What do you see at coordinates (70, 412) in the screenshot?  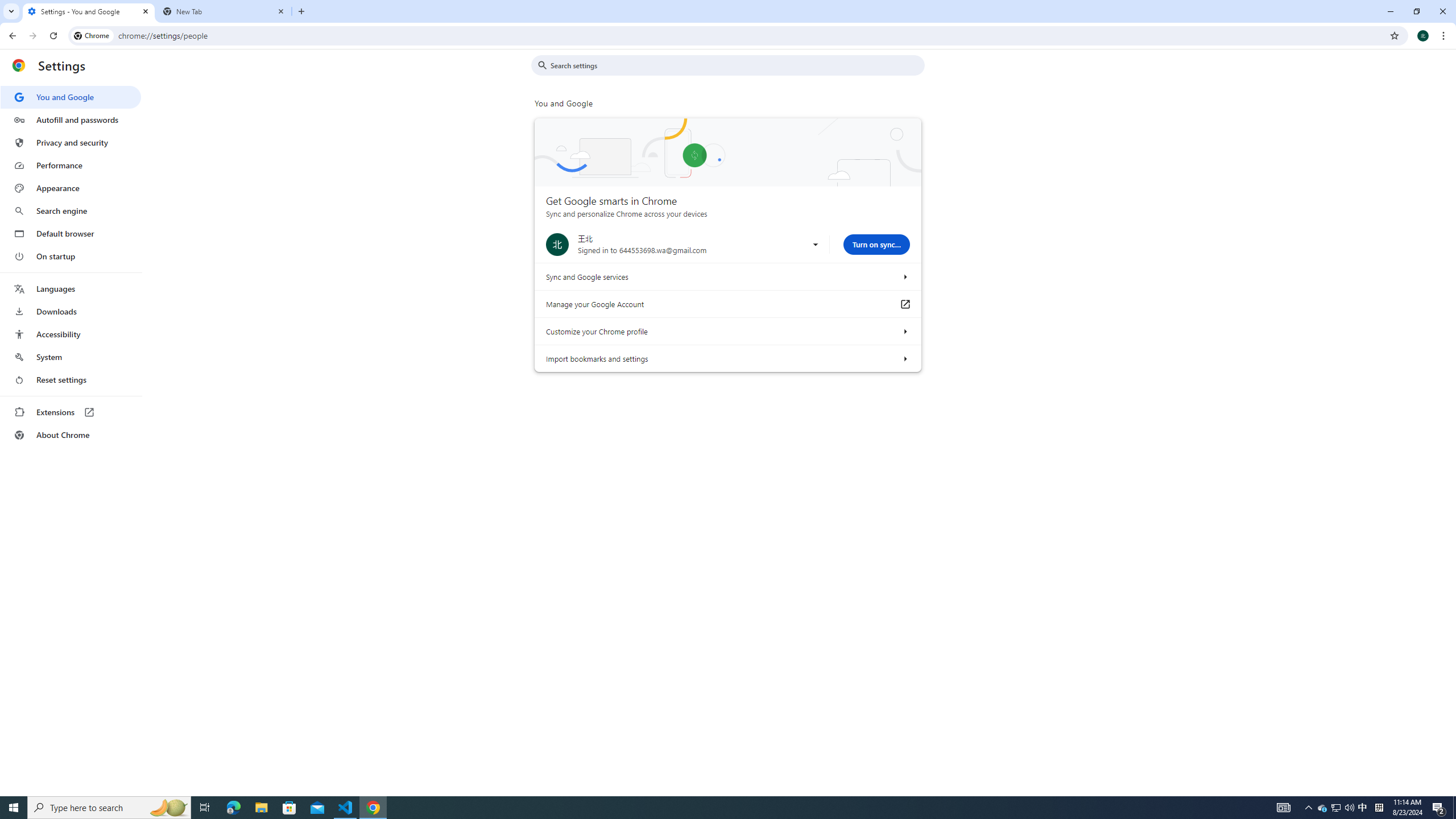 I see `'Extensions'` at bounding box center [70, 412].